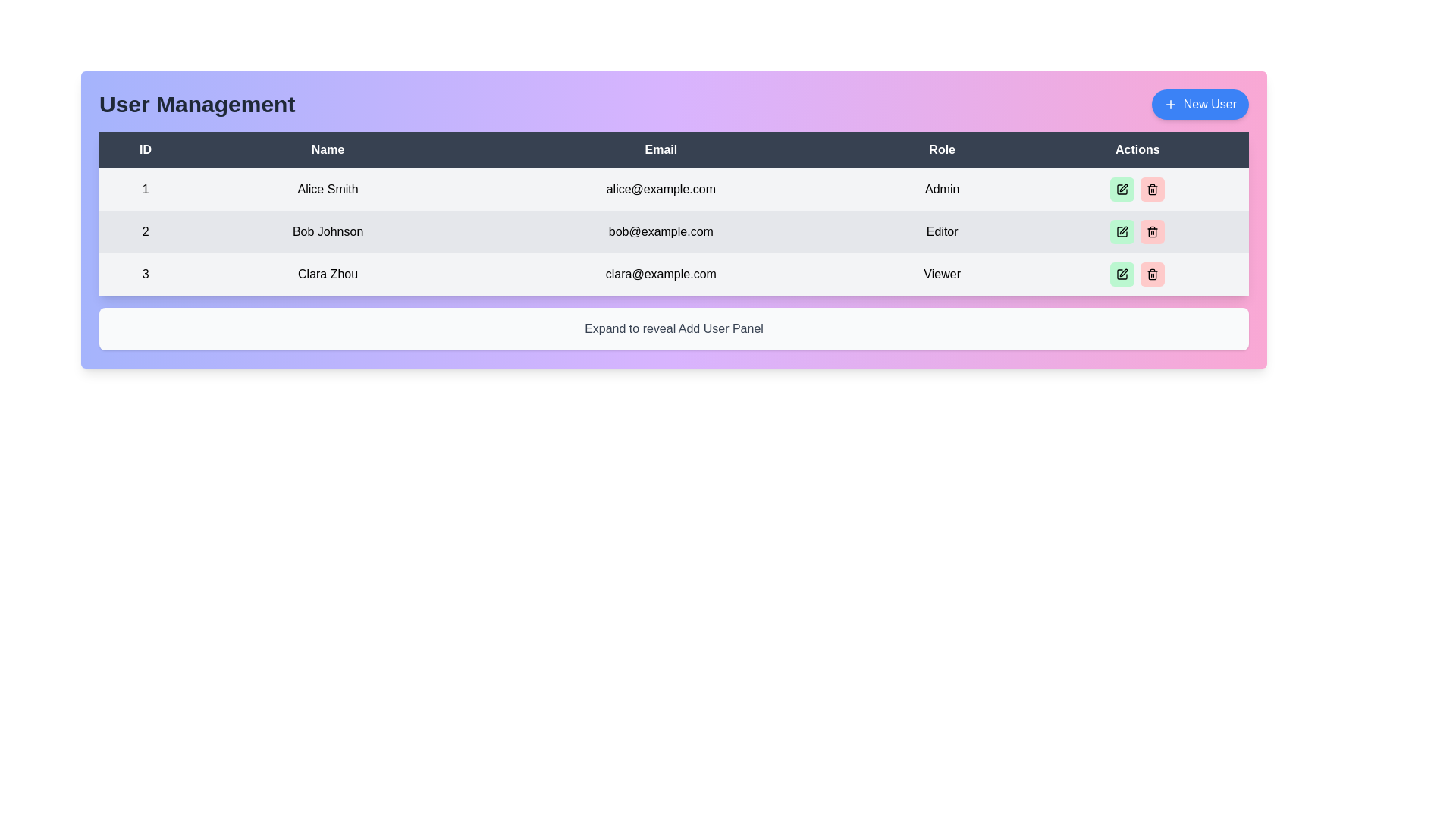 Image resolution: width=1456 pixels, height=819 pixels. What do you see at coordinates (941, 275) in the screenshot?
I see `the Text label indicating the role of user 'Clara Zhou' as 'Viewer' in the 'Role' column of the data table` at bounding box center [941, 275].